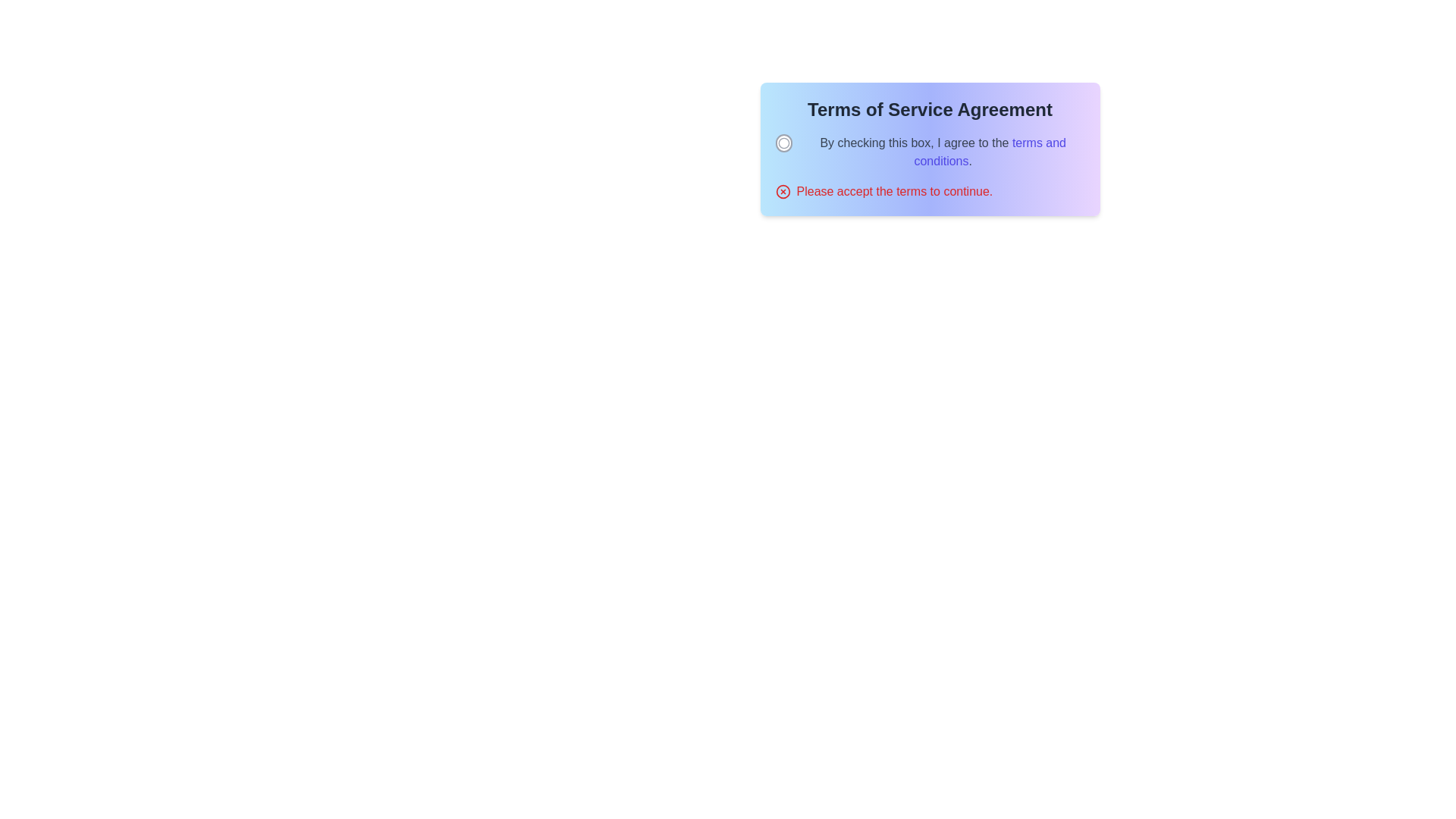  I want to click on warning message displayed in red font stating 'Please accept the terms to continue.' which is located below the checkbox in the 'Terms of Service Agreement' section, so click(929, 191).